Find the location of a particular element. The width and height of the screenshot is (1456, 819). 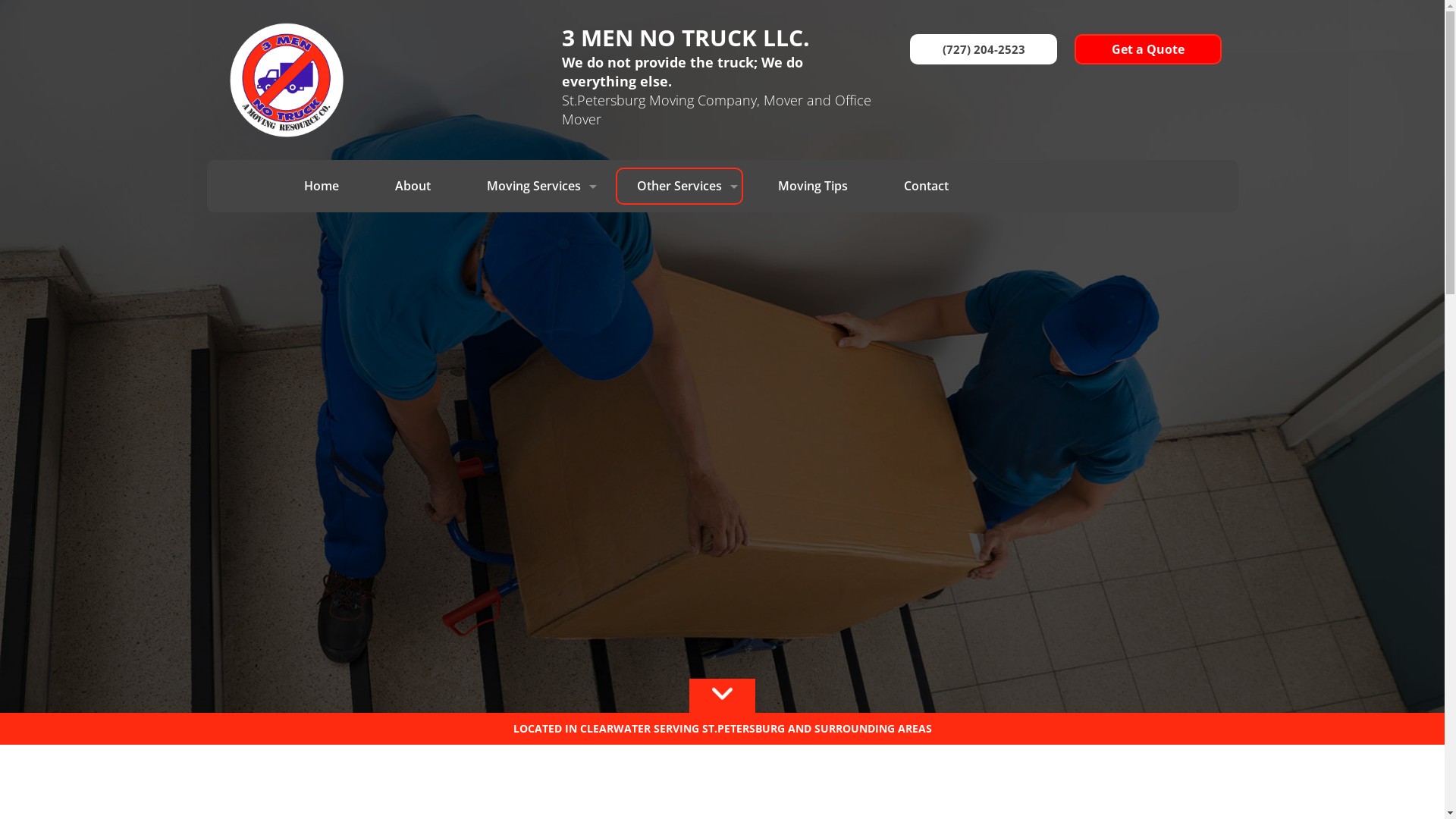

'Moving Services' is located at coordinates (534, 185).